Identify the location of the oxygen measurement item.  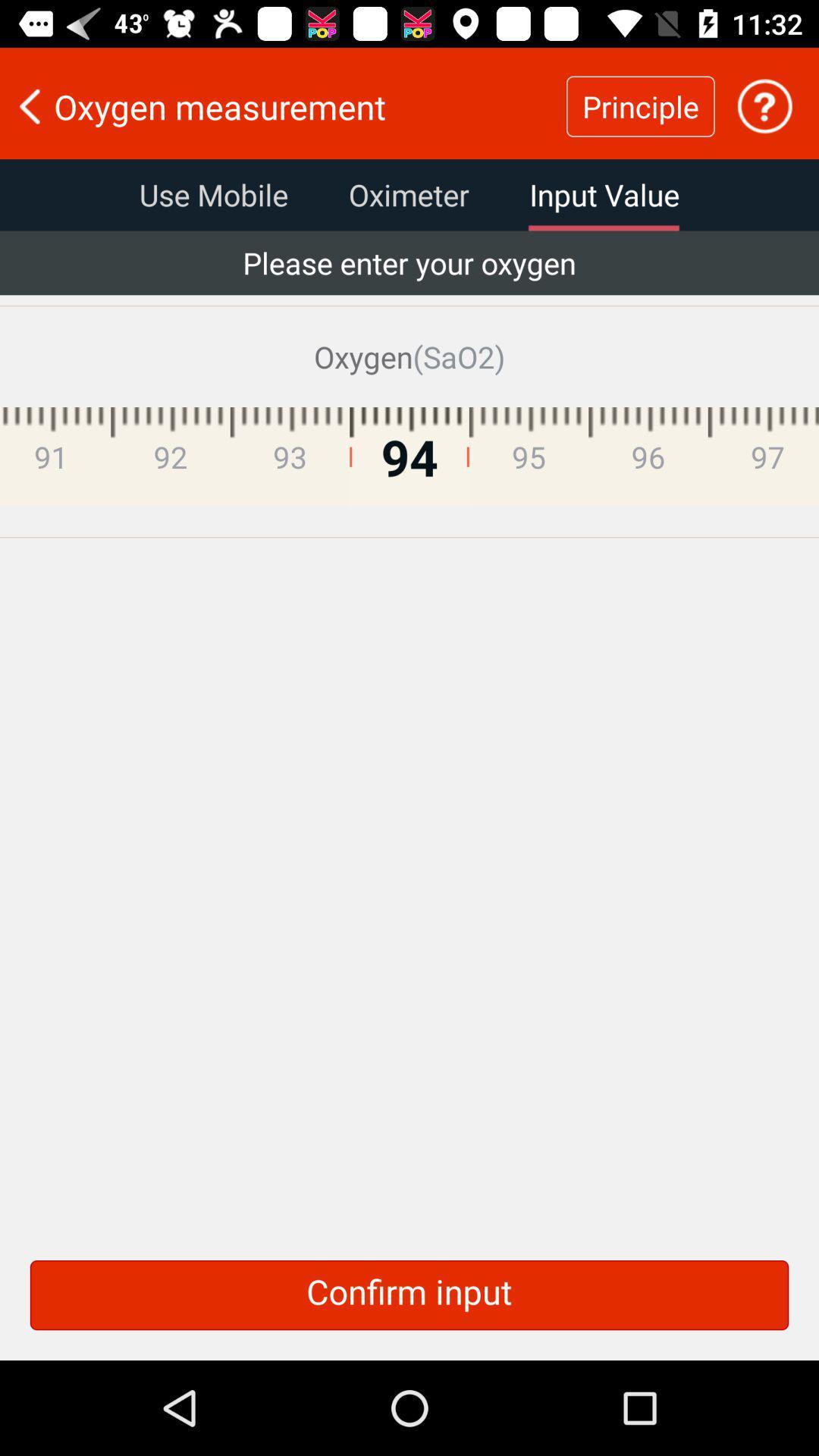
(283, 105).